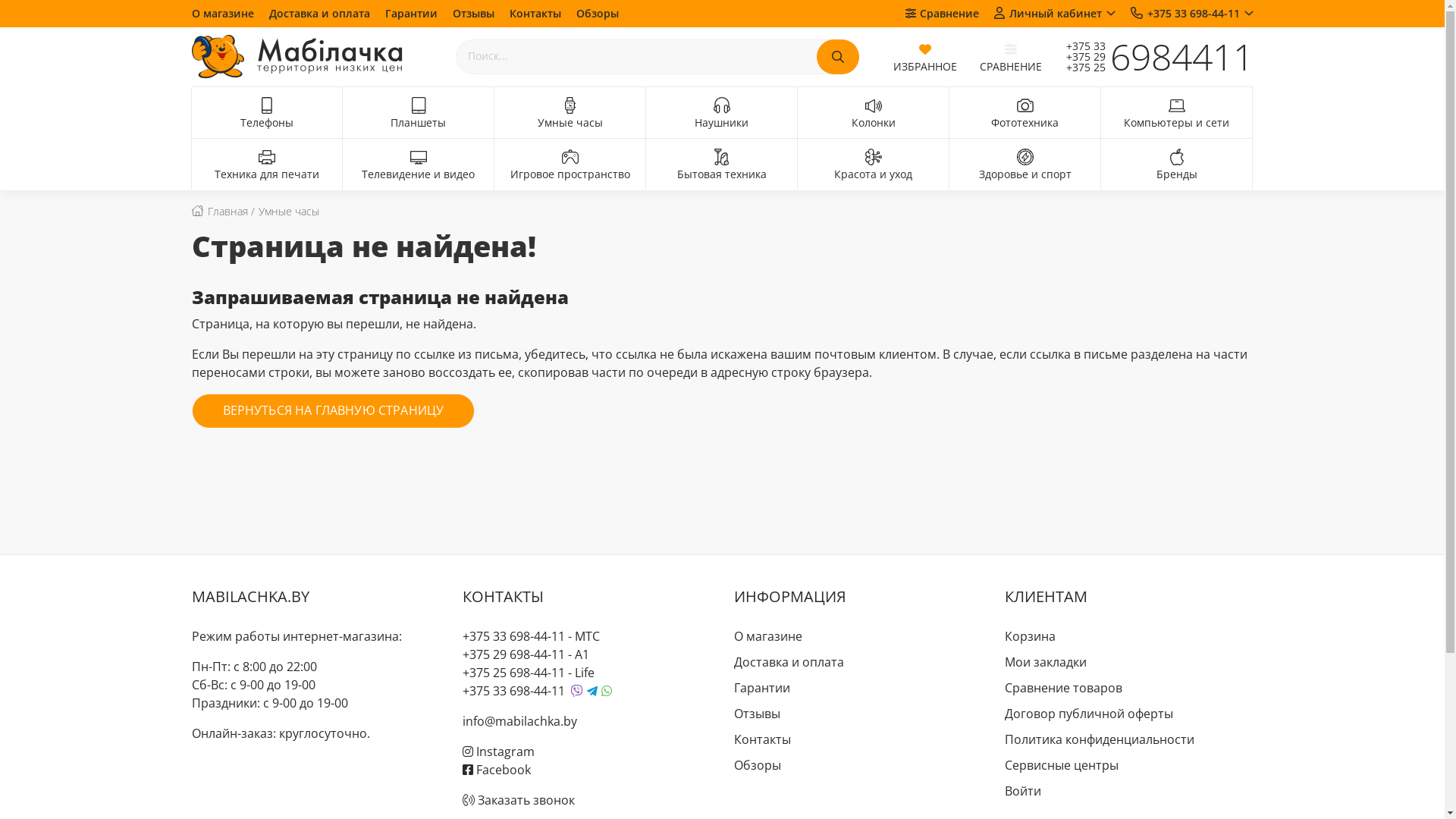 The width and height of the screenshot is (1456, 819). Describe the element at coordinates (570, 690) in the screenshot. I see `'Viber'` at that location.